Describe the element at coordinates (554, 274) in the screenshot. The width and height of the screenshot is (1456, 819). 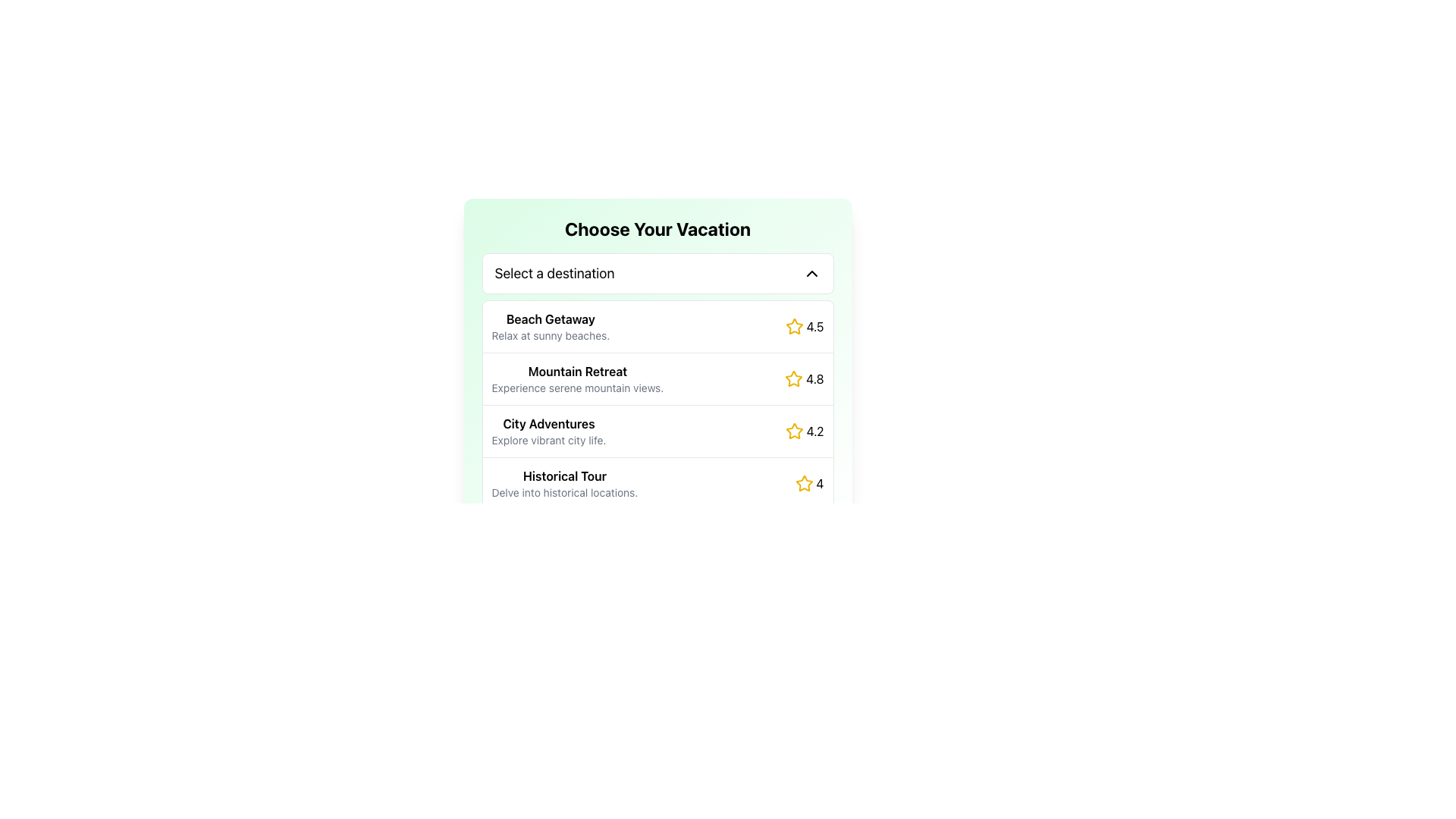
I see `the dropdown associated with the 'Choose Your Vacation' label` at that location.